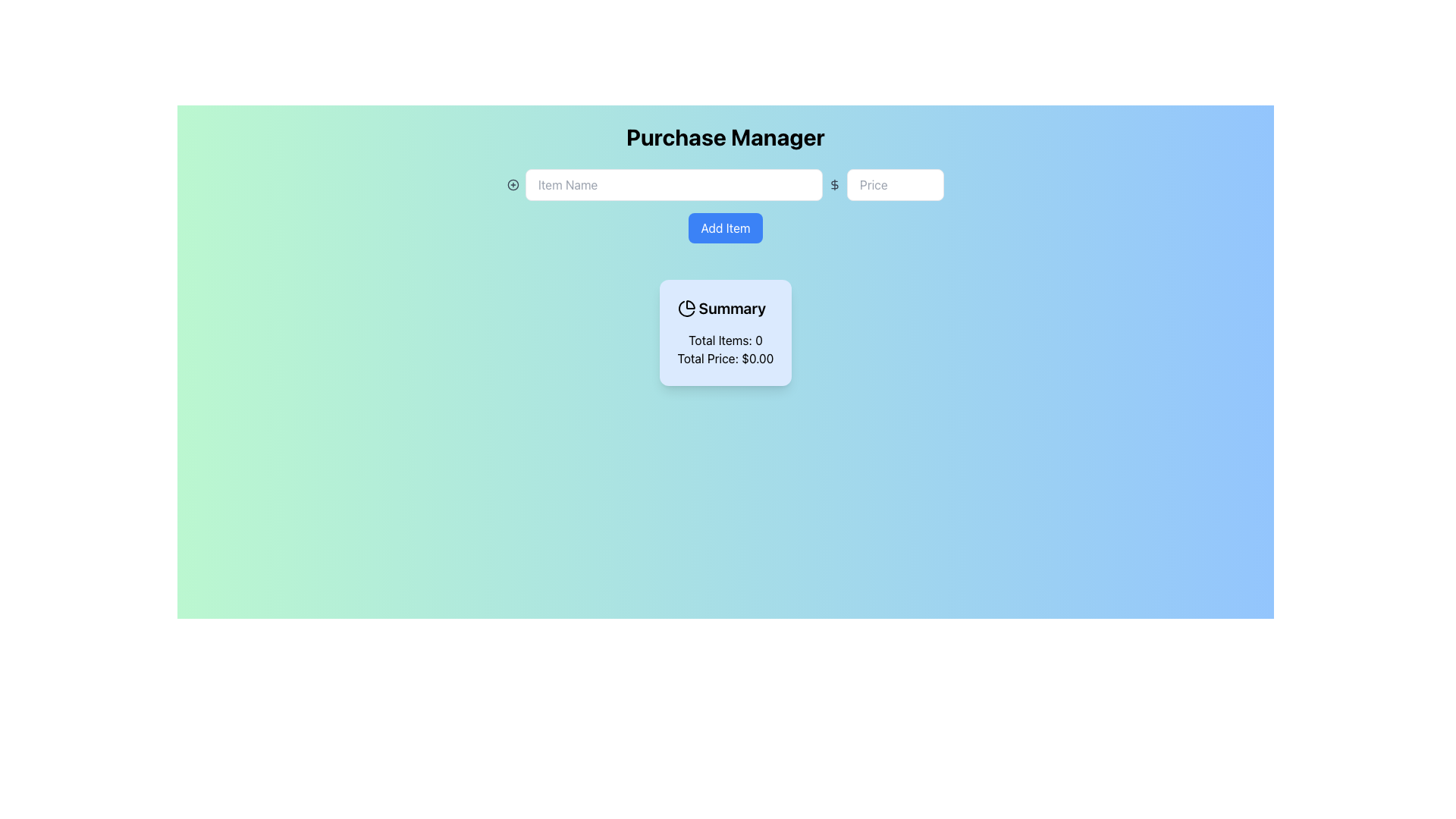  Describe the element at coordinates (513, 184) in the screenshot. I see `the circular-plus icon element that visually represents the functionality of adding an item, located to the left of the 'Item Name' input field` at that location.